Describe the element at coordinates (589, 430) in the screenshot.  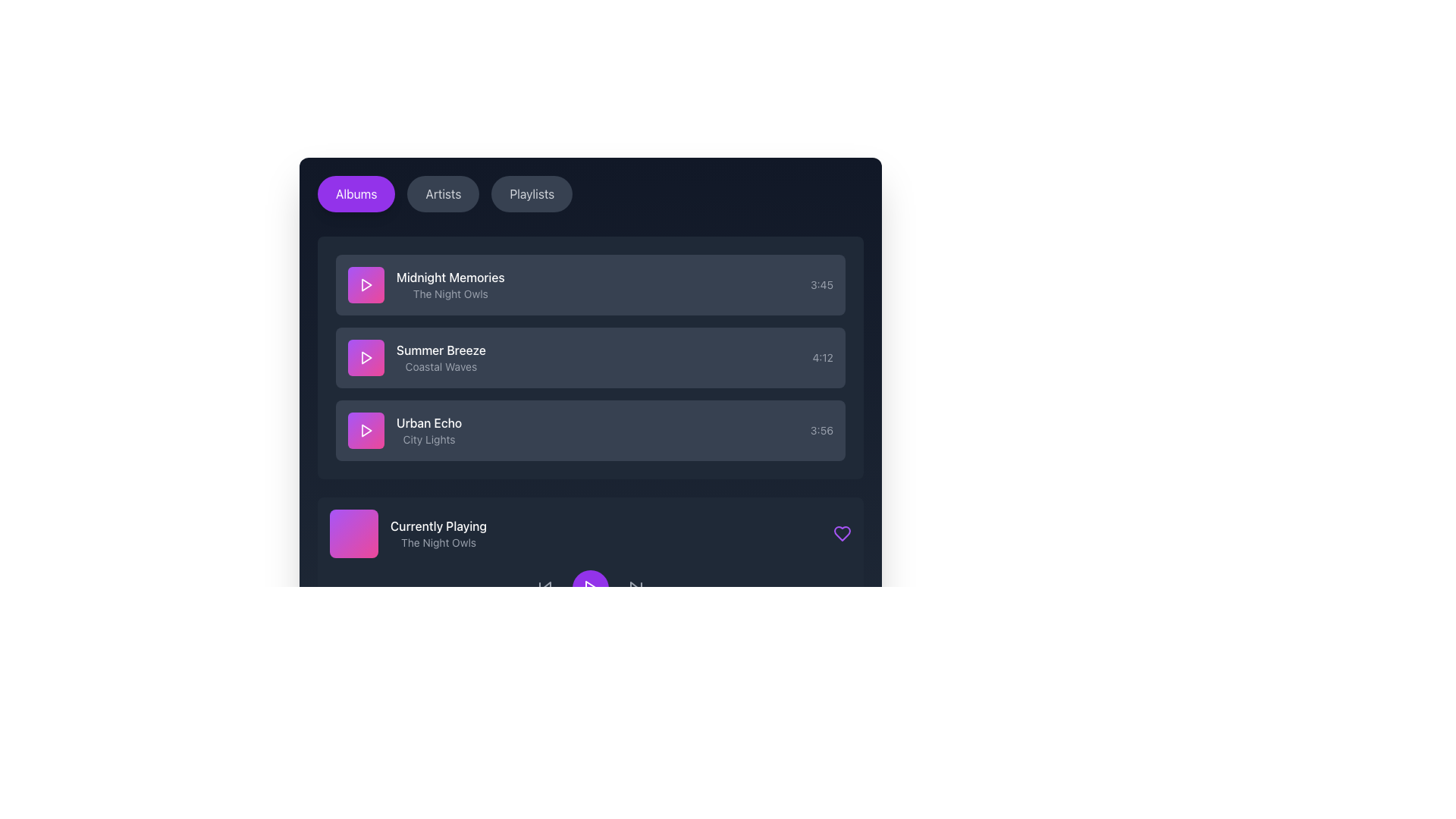
I see `the third list item under the 'Albums' section` at that location.